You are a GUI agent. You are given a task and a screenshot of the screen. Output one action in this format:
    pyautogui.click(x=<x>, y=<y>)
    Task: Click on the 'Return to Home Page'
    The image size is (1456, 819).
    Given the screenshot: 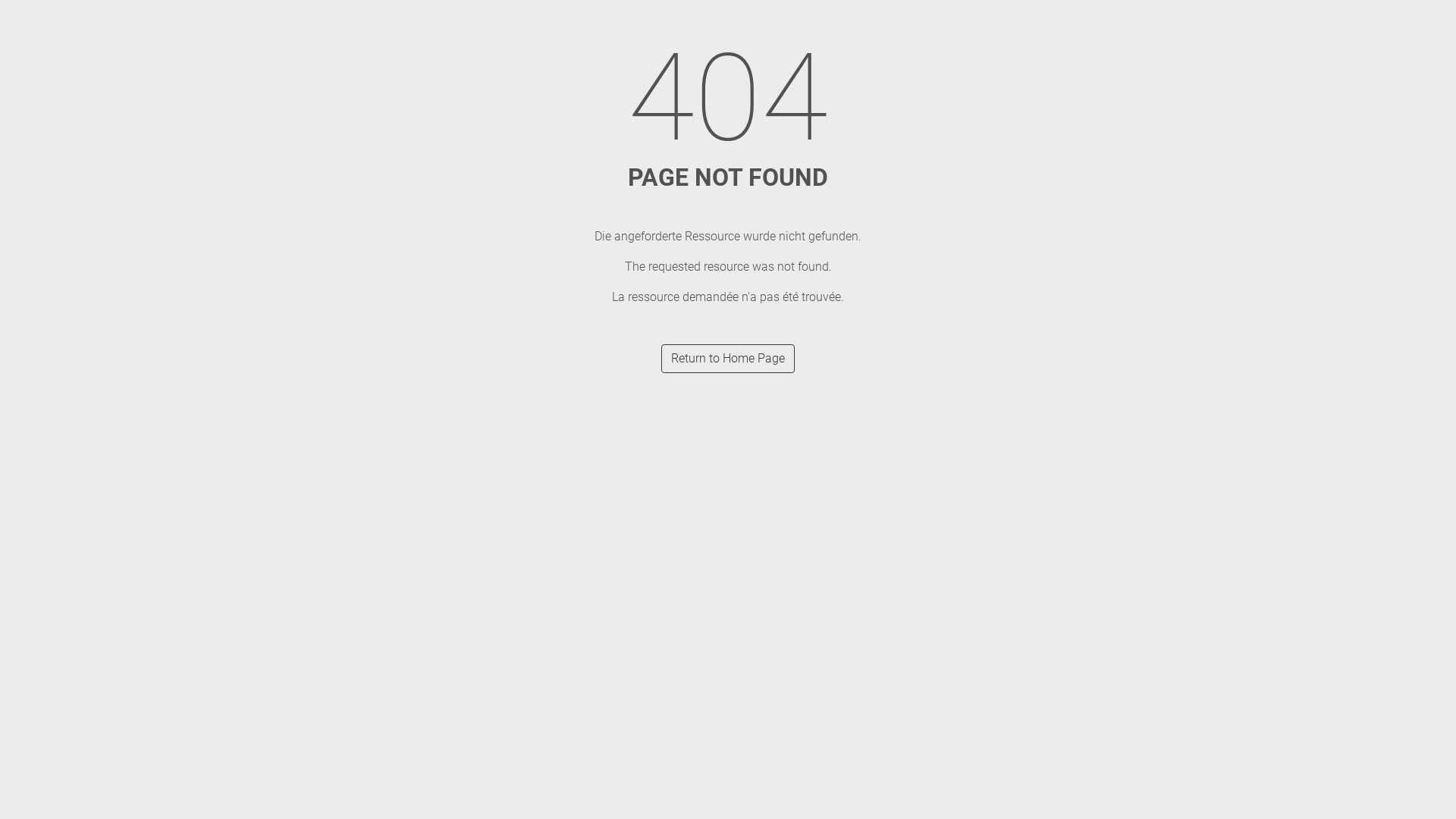 What is the action you would take?
    pyautogui.click(x=661, y=359)
    